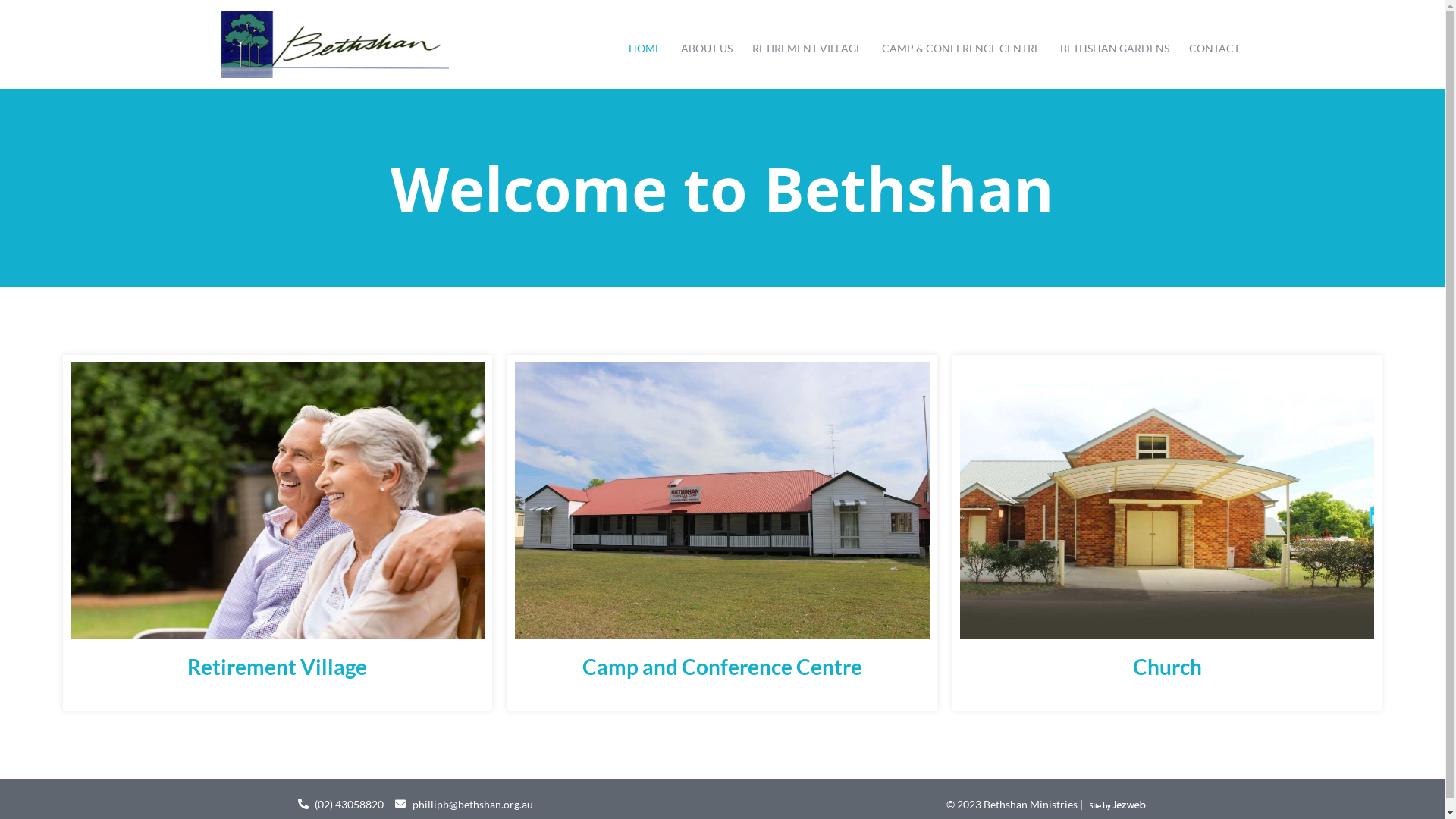  What do you see at coordinates (960, 46) in the screenshot?
I see `'CAMP & CONFERENCE CENTRE'` at bounding box center [960, 46].